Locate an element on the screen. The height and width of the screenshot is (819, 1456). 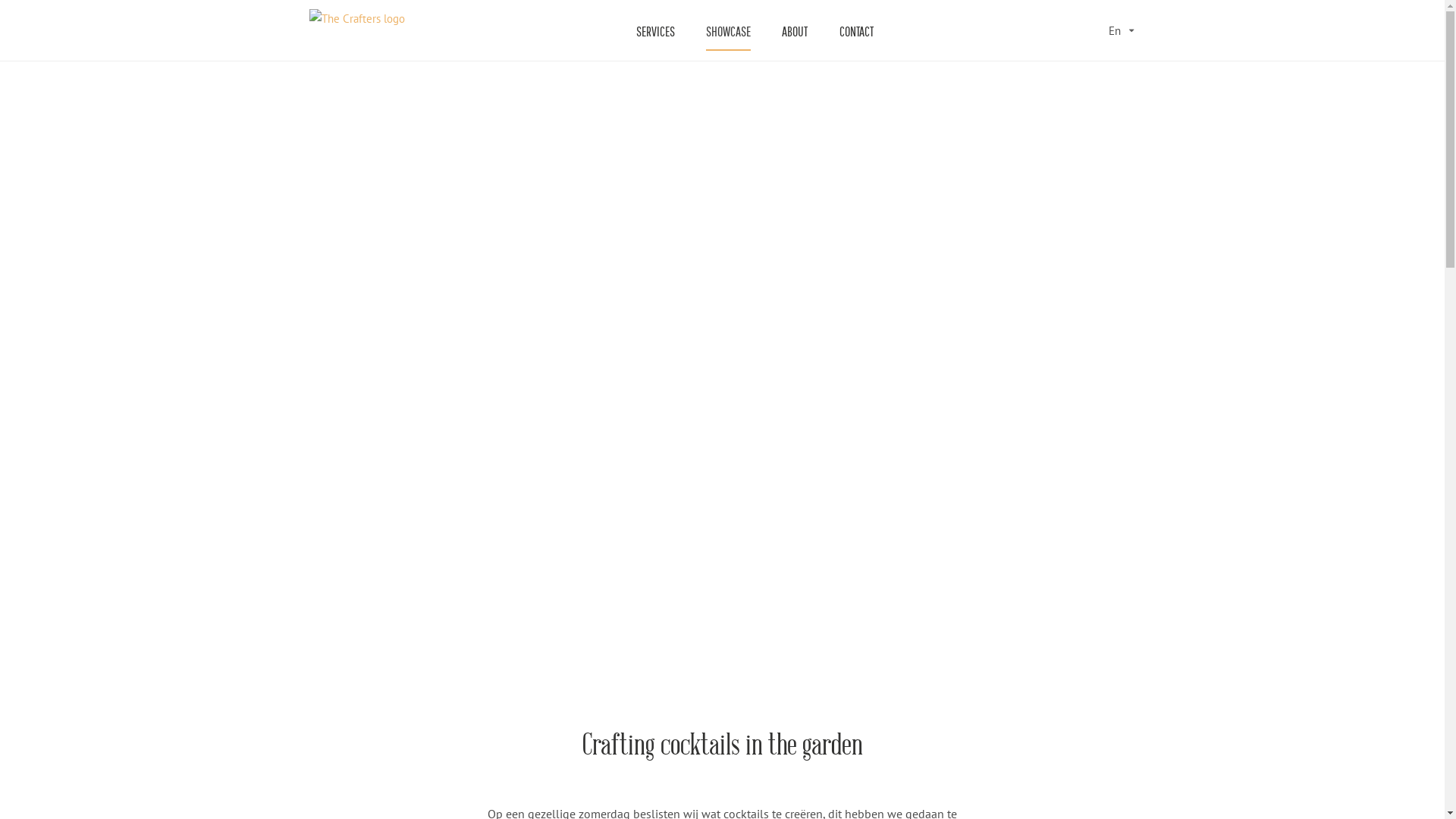
'CONTACT' is located at coordinates (822, 31).